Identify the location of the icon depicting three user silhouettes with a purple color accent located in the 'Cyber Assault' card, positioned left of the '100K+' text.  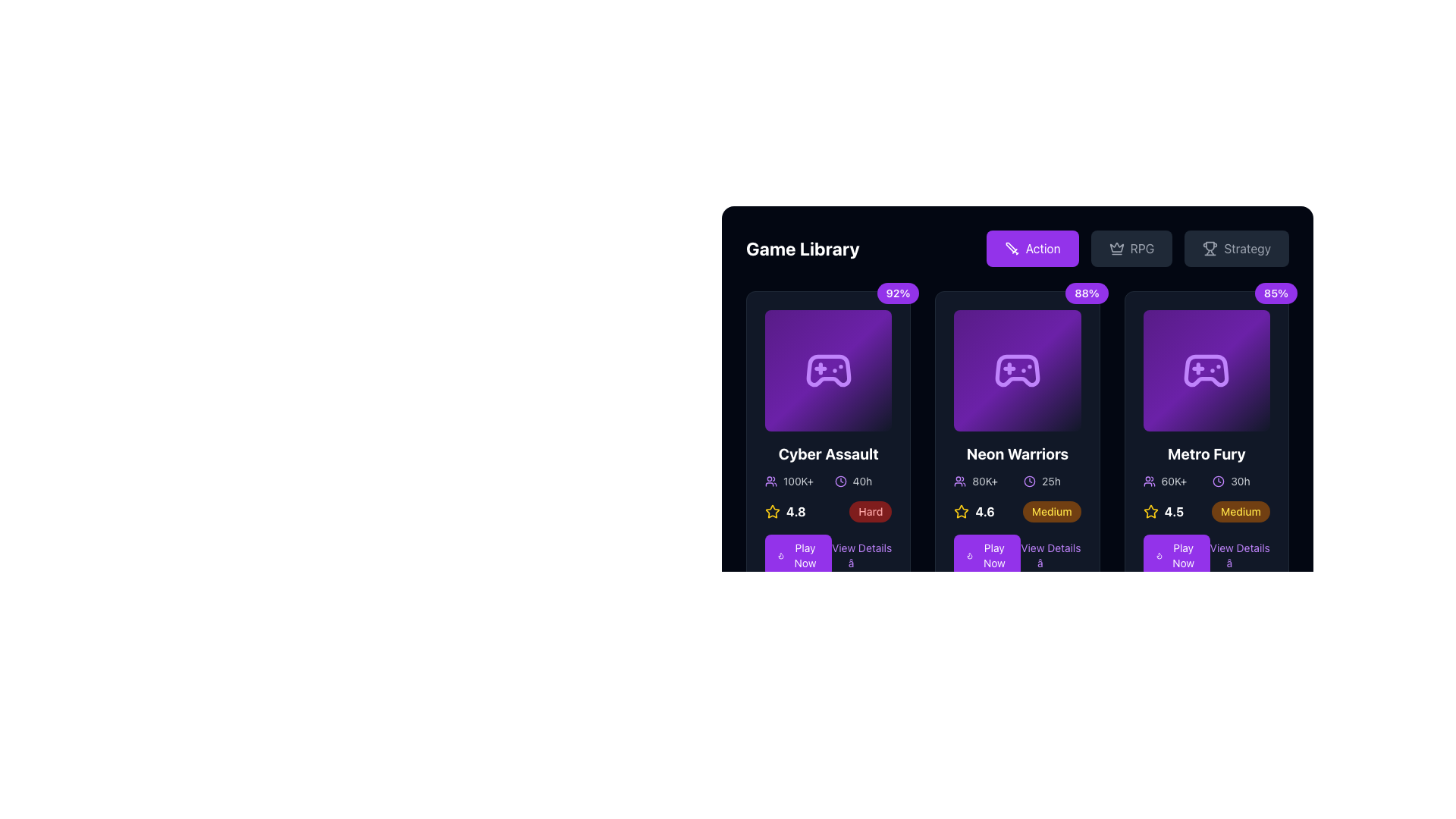
(771, 482).